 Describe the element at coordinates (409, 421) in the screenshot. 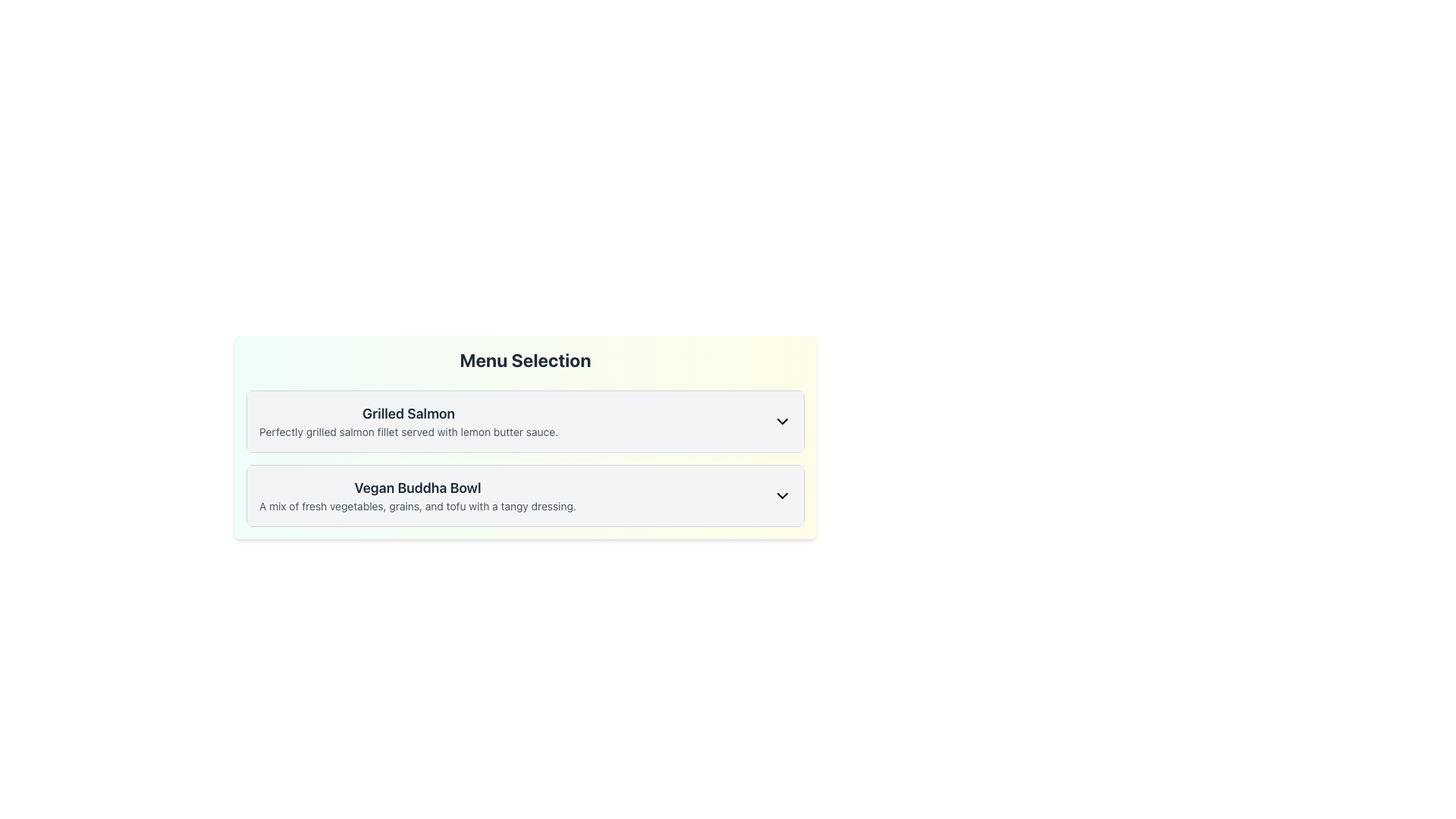

I see `the 'Grilled Salmon' text block in the menu selection list for possible actions or selections` at that location.